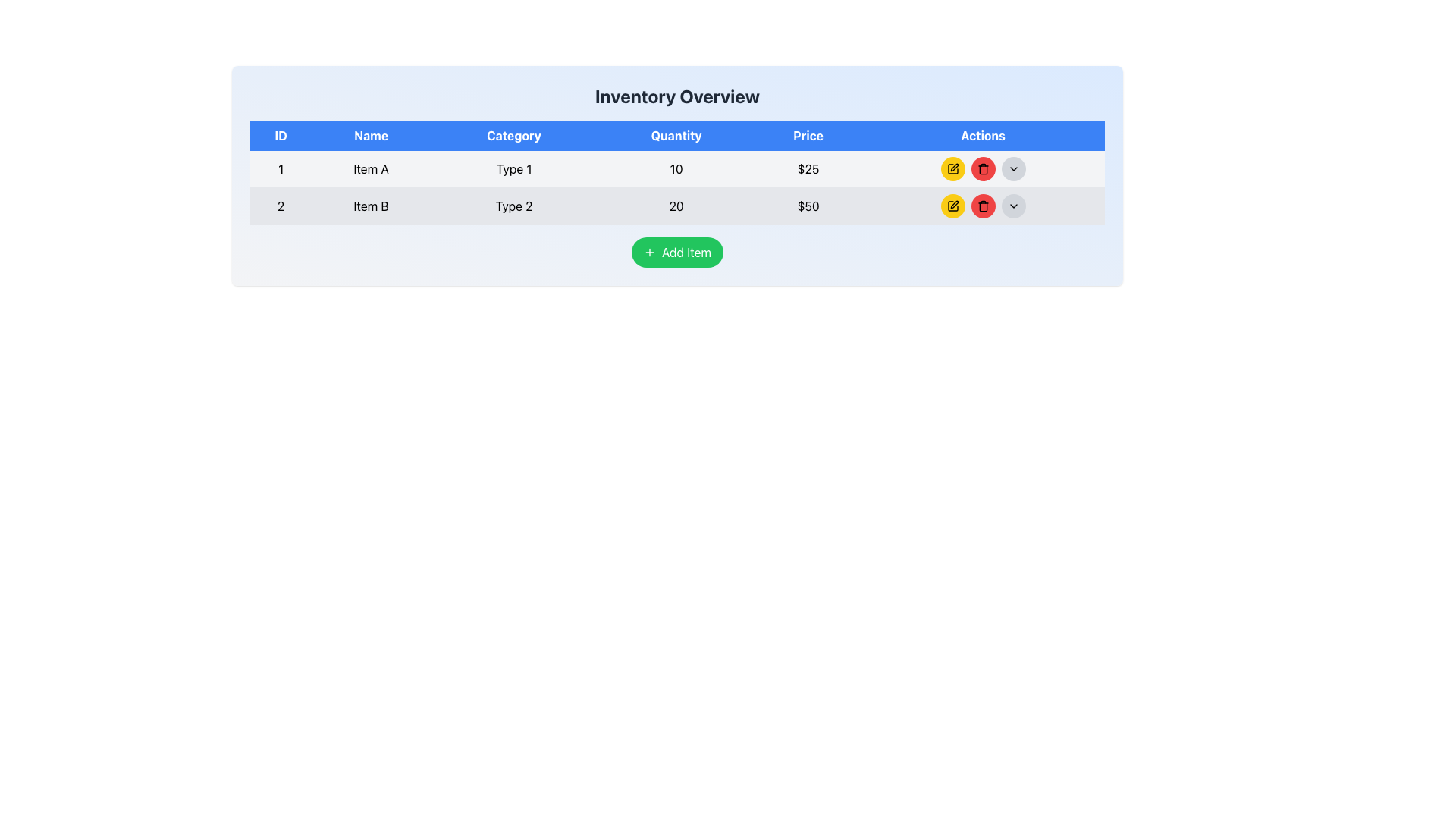 The height and width of the screenshot is (819, 1456). Describe the element at coordinates (676, 169) in the screenshot. I see `the first row of the table containing the ID '1', Name 'Item A', Category 'Type 1', Quantity '10', Price '$25', and interactive action icons` at that location.